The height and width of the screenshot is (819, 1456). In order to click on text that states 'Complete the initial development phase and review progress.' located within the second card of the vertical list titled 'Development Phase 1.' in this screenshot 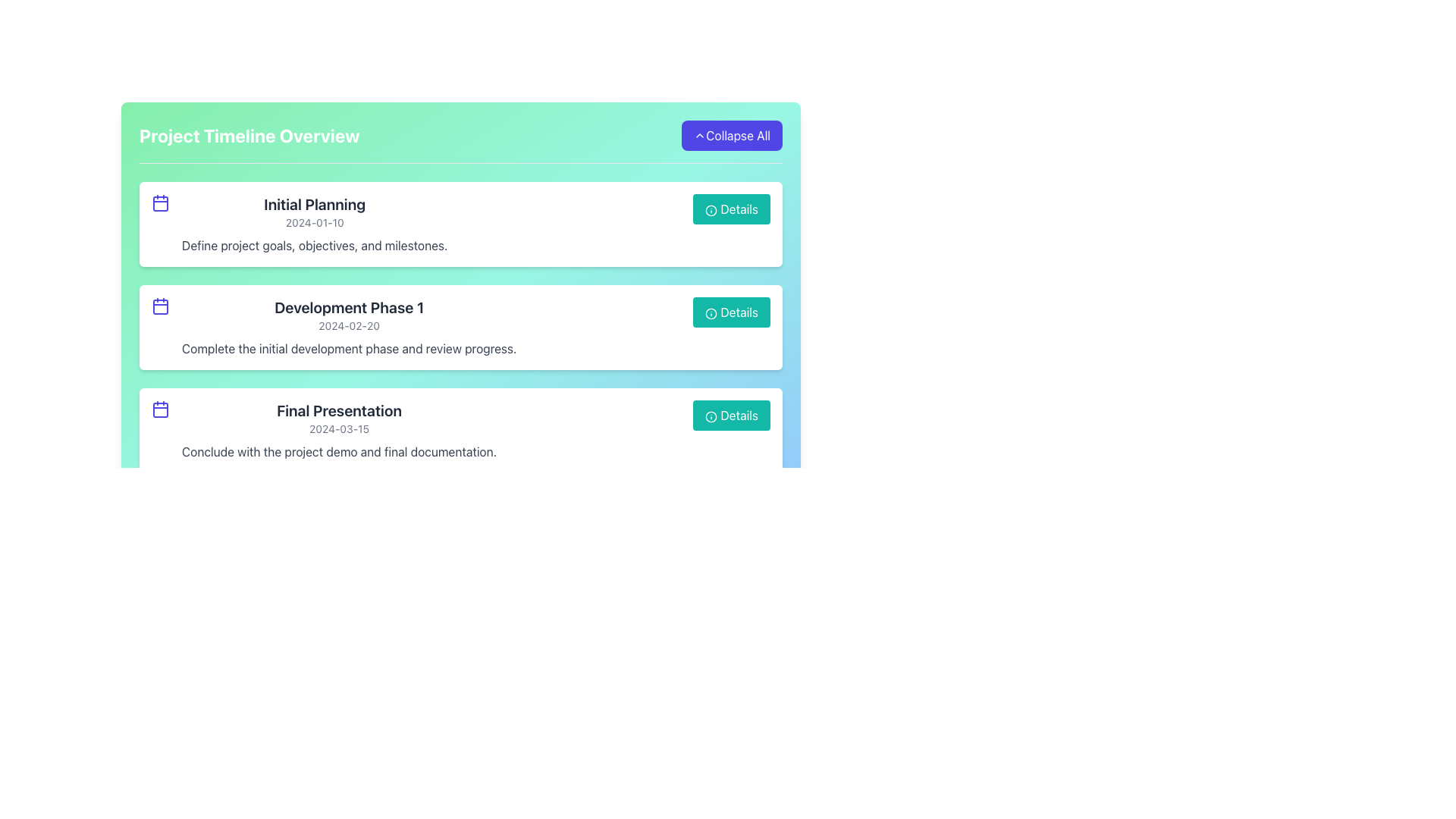, I will do `click(348, 348)`.